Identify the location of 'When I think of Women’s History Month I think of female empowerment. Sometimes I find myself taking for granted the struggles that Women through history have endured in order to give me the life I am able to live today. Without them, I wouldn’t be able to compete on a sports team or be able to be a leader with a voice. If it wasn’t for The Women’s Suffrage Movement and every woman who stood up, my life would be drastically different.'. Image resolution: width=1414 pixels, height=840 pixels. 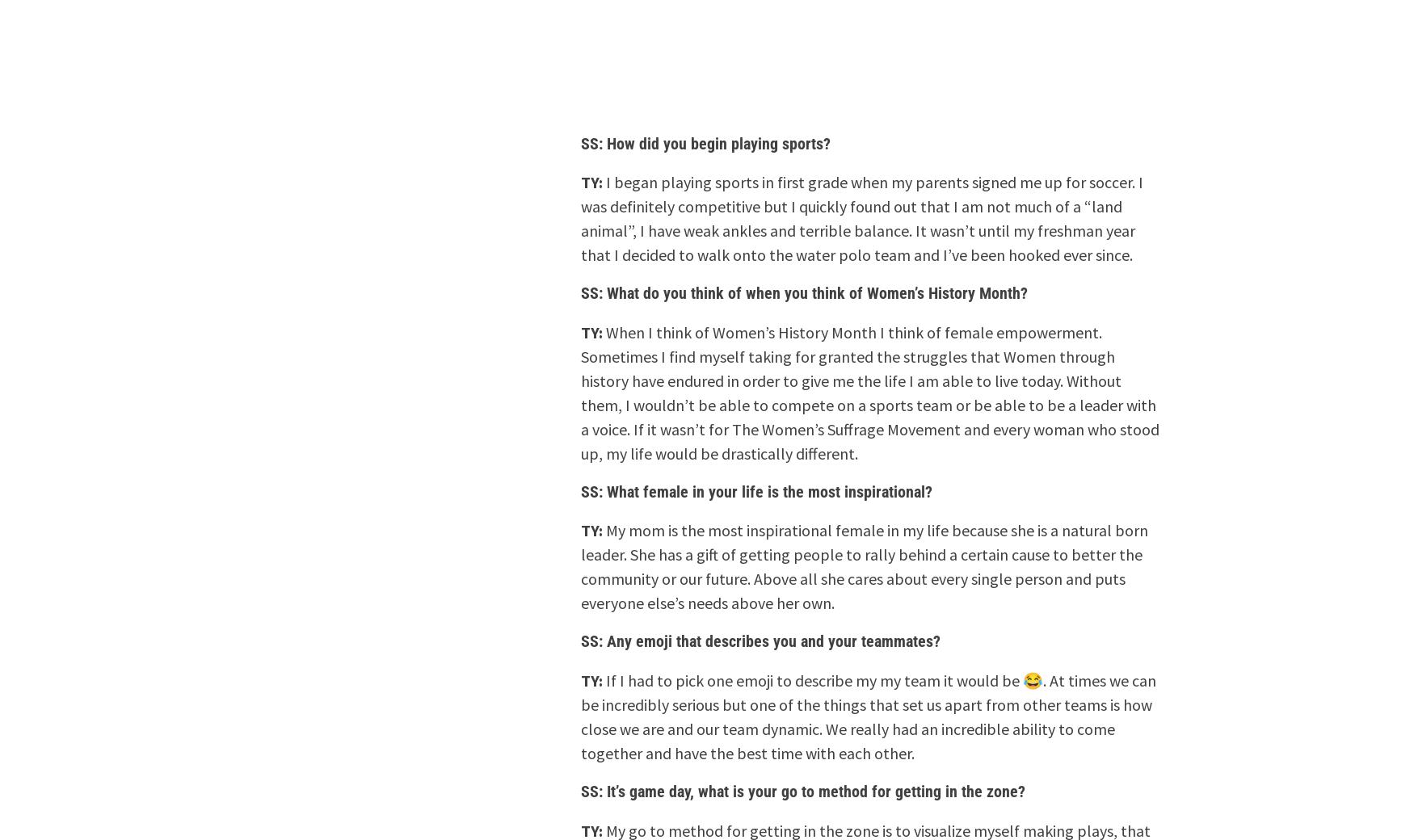
(869, 392).